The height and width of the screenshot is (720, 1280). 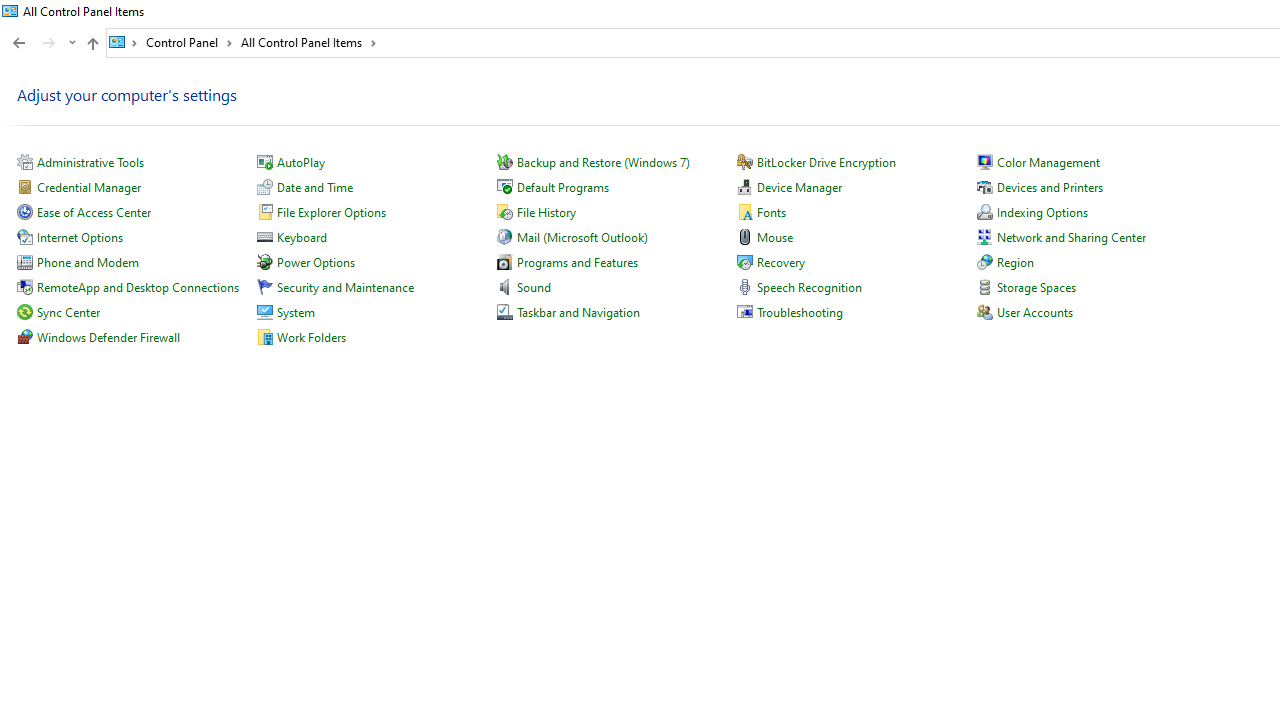 I want to click on 'Up to "Control Panel" (Alt + Up Arrow)', so click(x=91, y=43).